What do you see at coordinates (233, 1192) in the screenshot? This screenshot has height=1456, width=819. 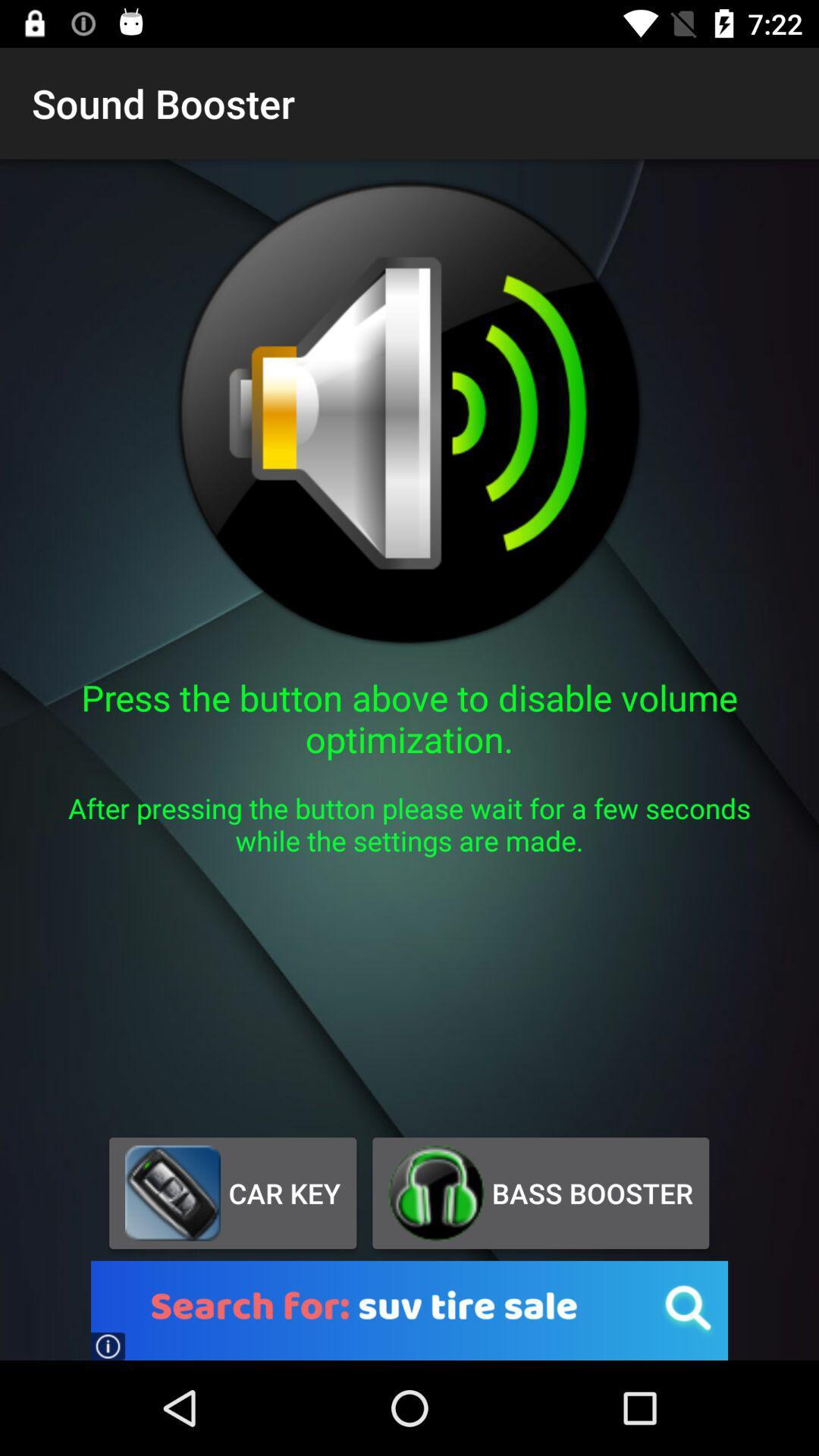 I see `the icon to the left of the bass booster` at bounding box center [233, 1192].